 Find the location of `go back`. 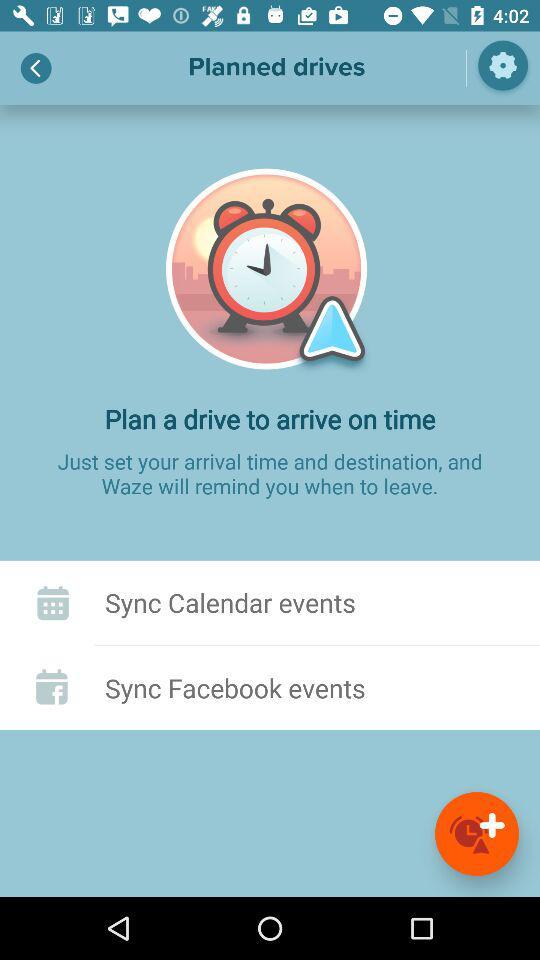

go back is located at coordinates (36, 68).